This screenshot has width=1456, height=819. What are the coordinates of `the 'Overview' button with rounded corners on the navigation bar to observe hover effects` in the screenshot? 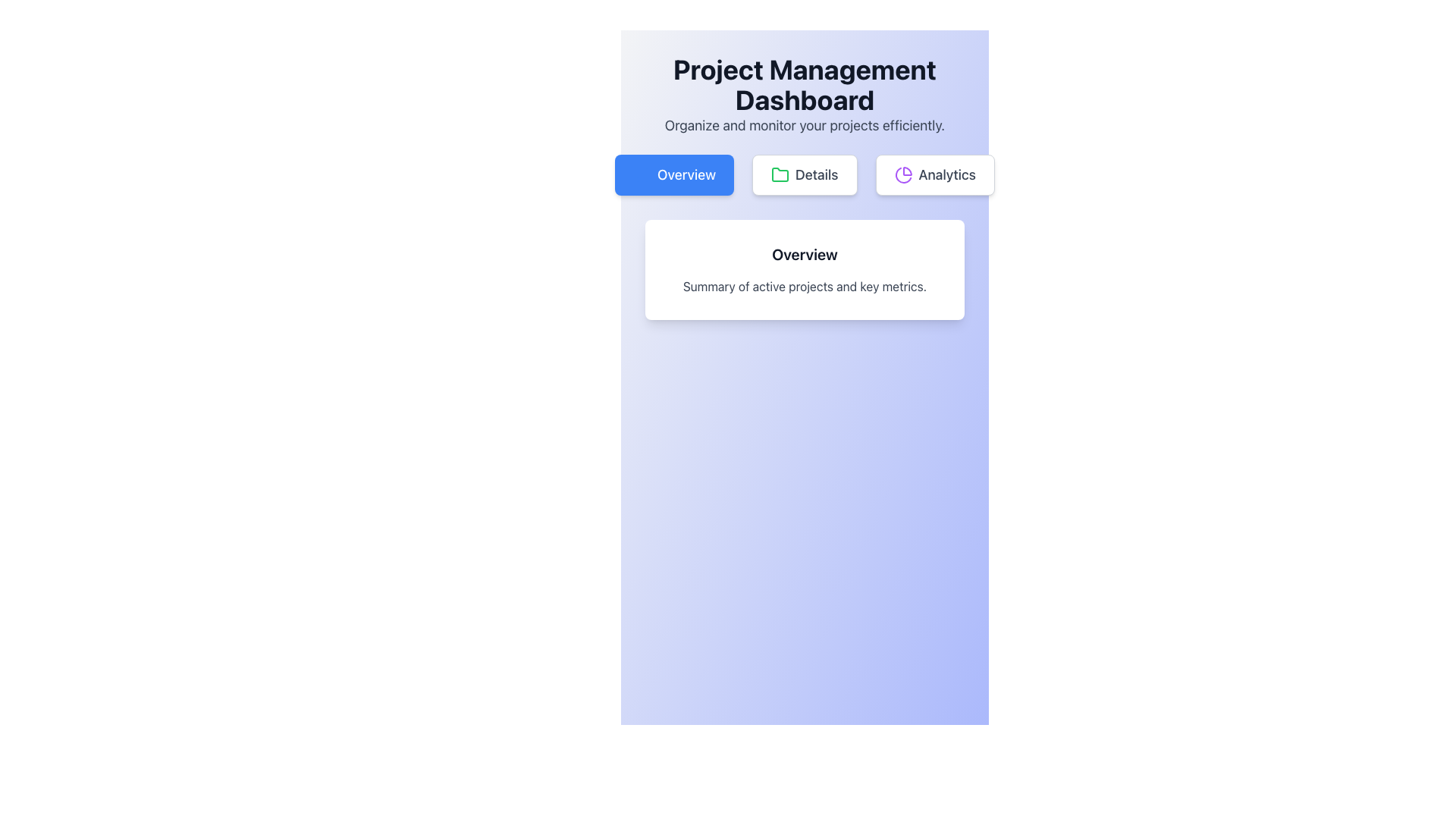 It's located at (673, 174).